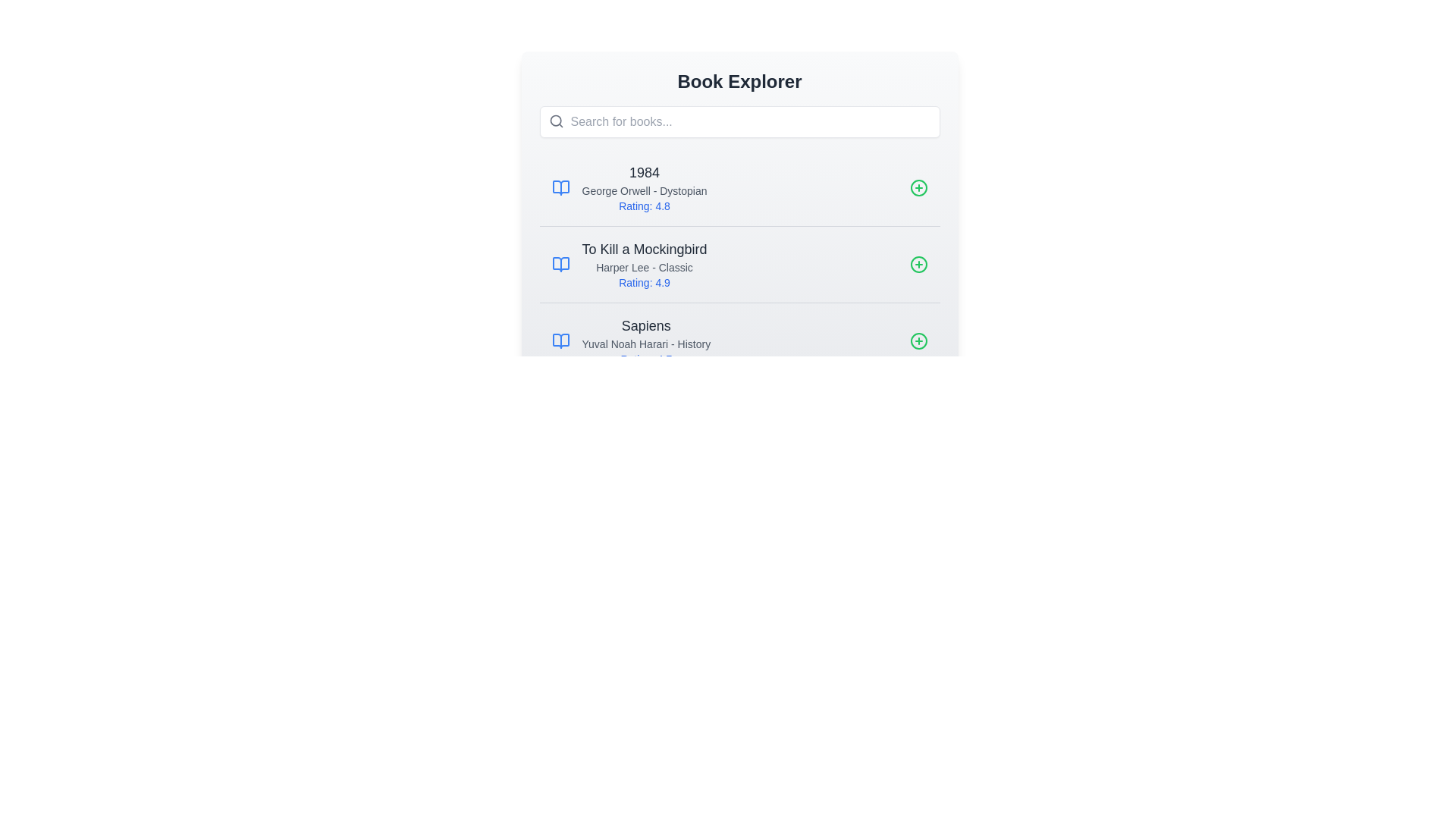 The width and height of the screenshot is (1456, 819). What do you see at coordinates (644, 267) in the screenshot?
I see `the text label 'Harper Lee - Classic', which is styled in smaller gray text and positioned below the title of the book 'To Kill a Mockingbird' in a list interface` at bounding box center [644, 267].